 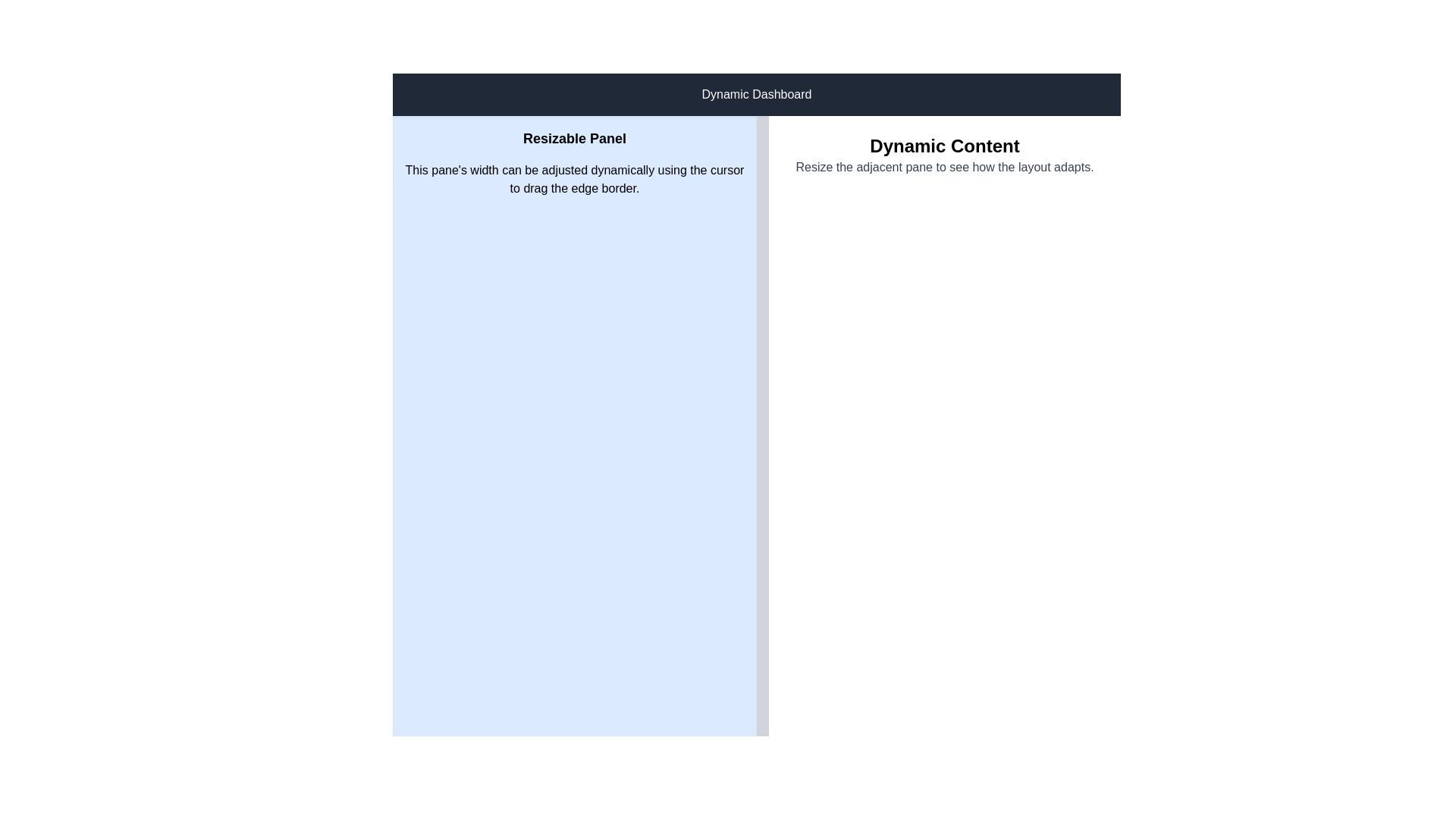 What do you see at coordinates (944, 167) in the screenshot?
I see `the textual element displaying the message 'Resize the adjacent pane to see how the layout adapts.' styled with a gray font, located underneath the heading 'Dynamic Content'` at bounding box center [944, 167].